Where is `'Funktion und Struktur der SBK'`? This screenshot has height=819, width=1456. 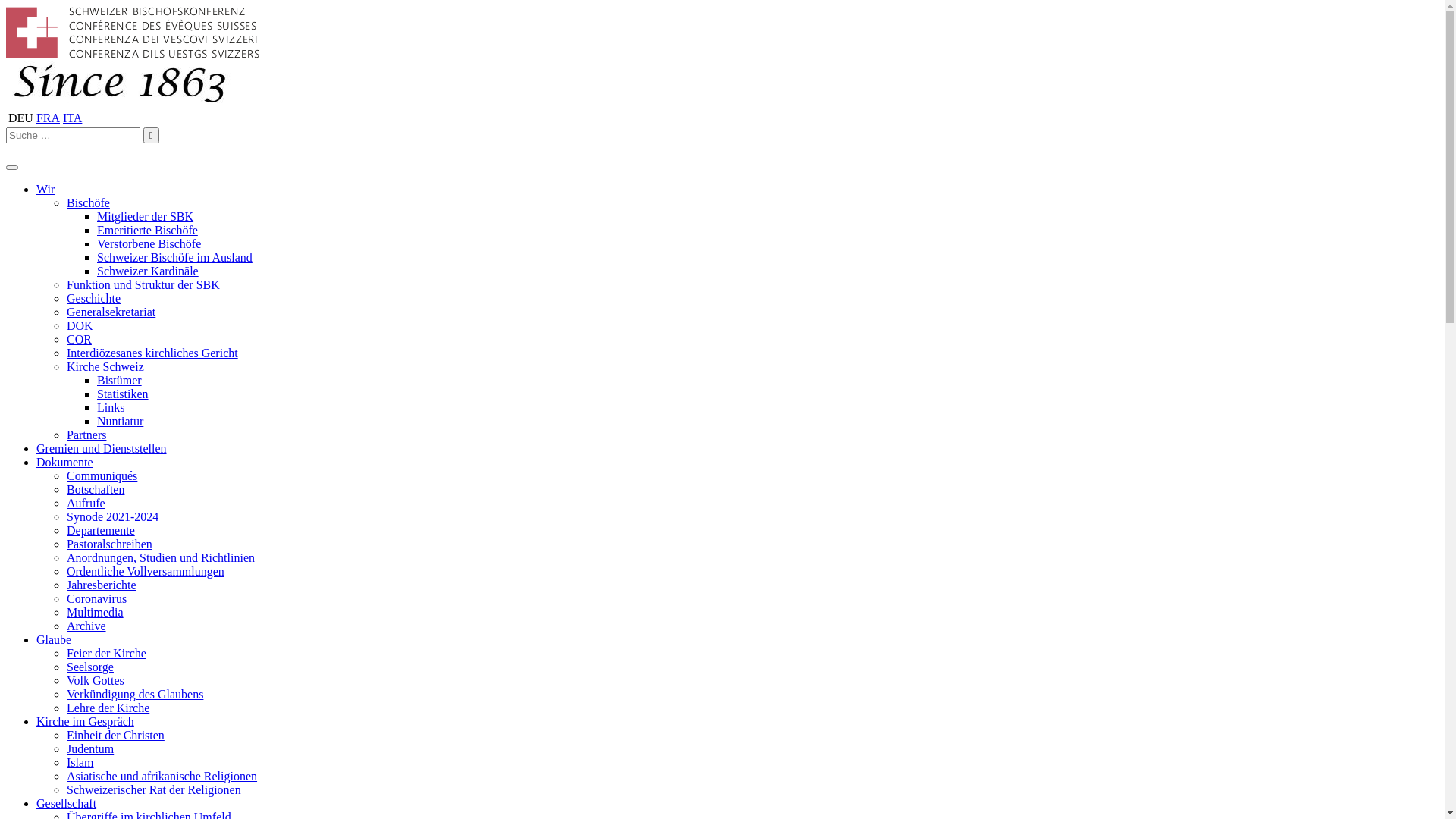
'Funktion und Struktur der SBK' is located at coordinates (143, 284).